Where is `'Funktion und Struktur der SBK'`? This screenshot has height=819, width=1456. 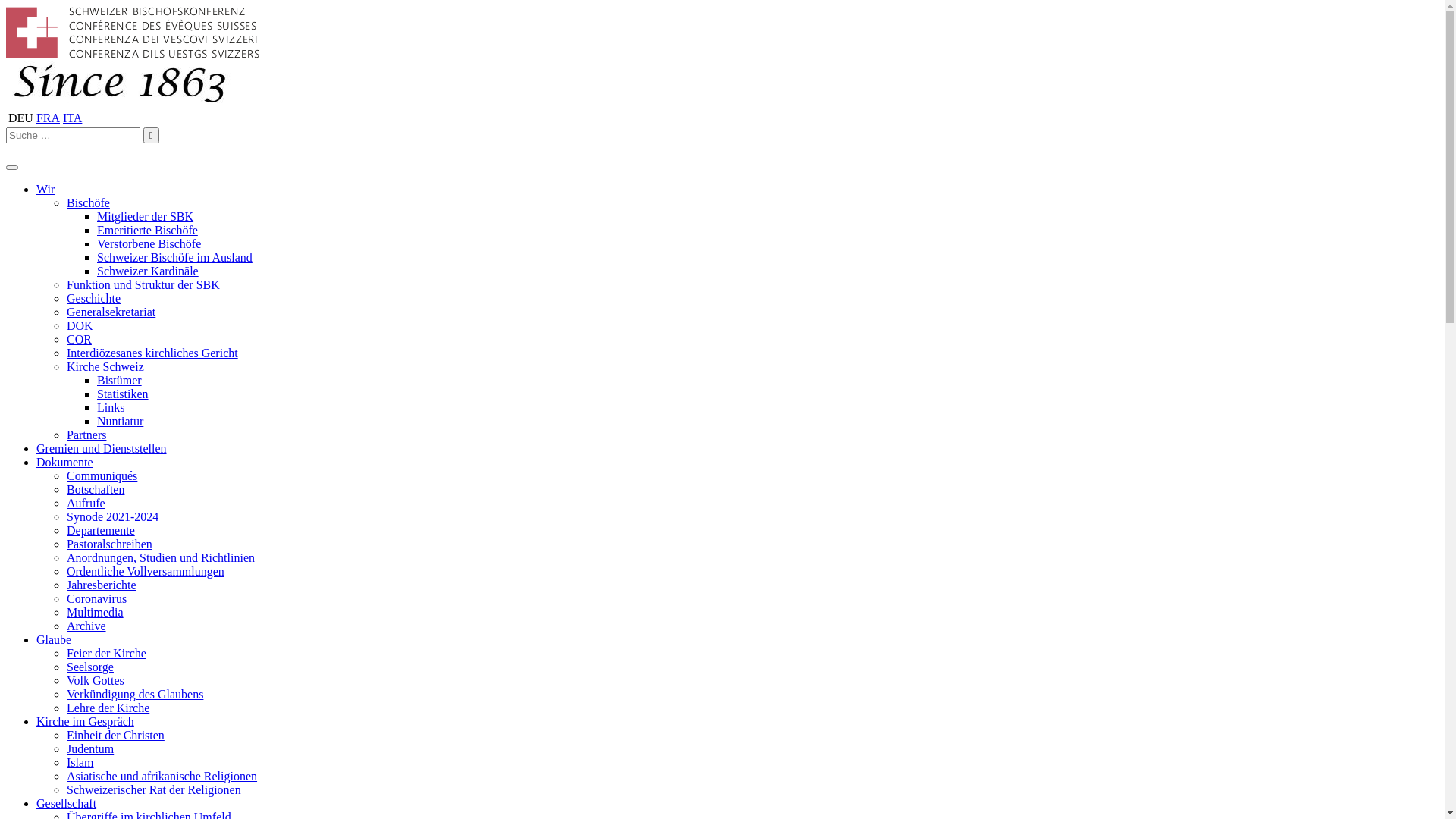
'Funktion und Struktur der SBK' is located at coordinates (143, 284).